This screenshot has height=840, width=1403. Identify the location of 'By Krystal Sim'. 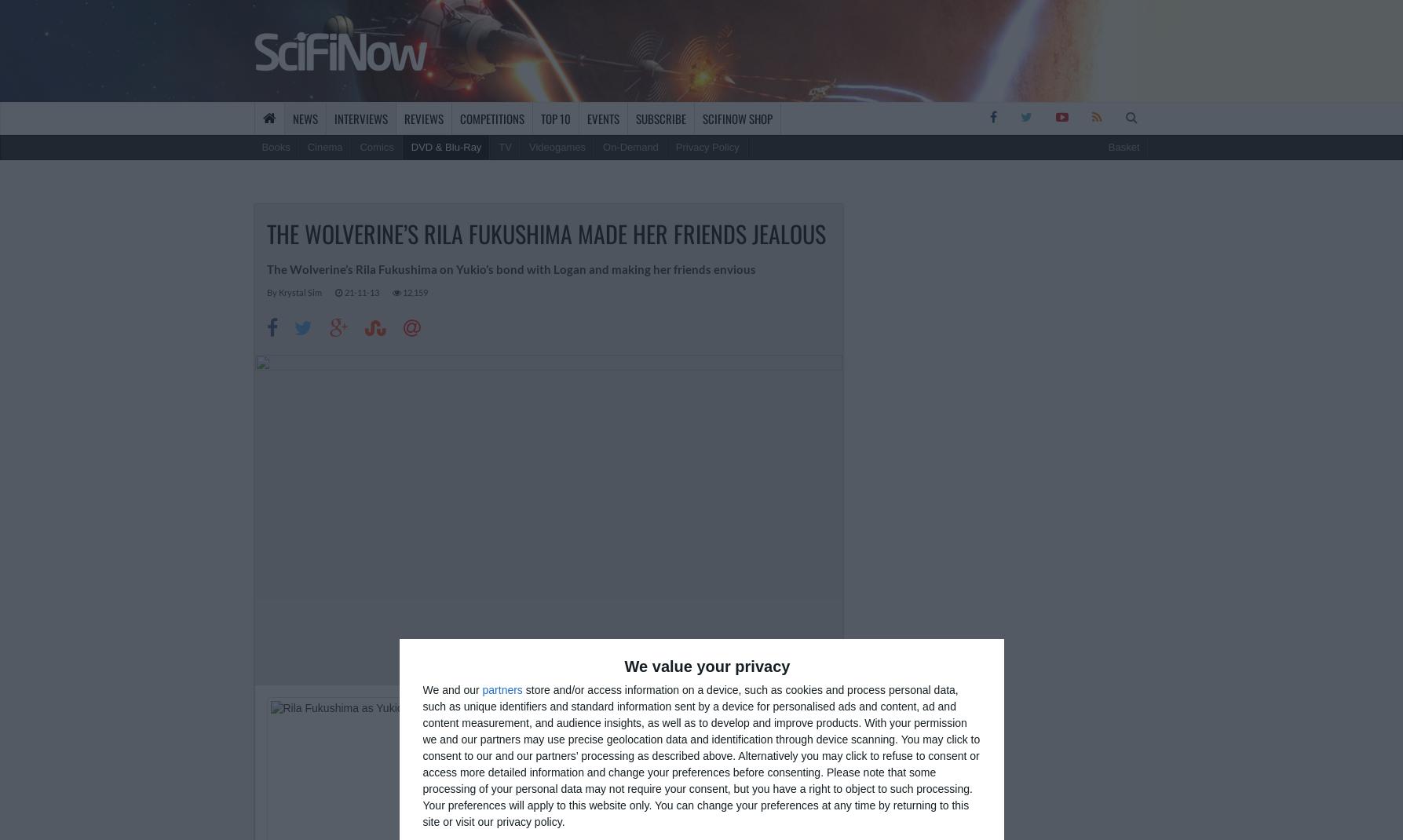
(265, 290).